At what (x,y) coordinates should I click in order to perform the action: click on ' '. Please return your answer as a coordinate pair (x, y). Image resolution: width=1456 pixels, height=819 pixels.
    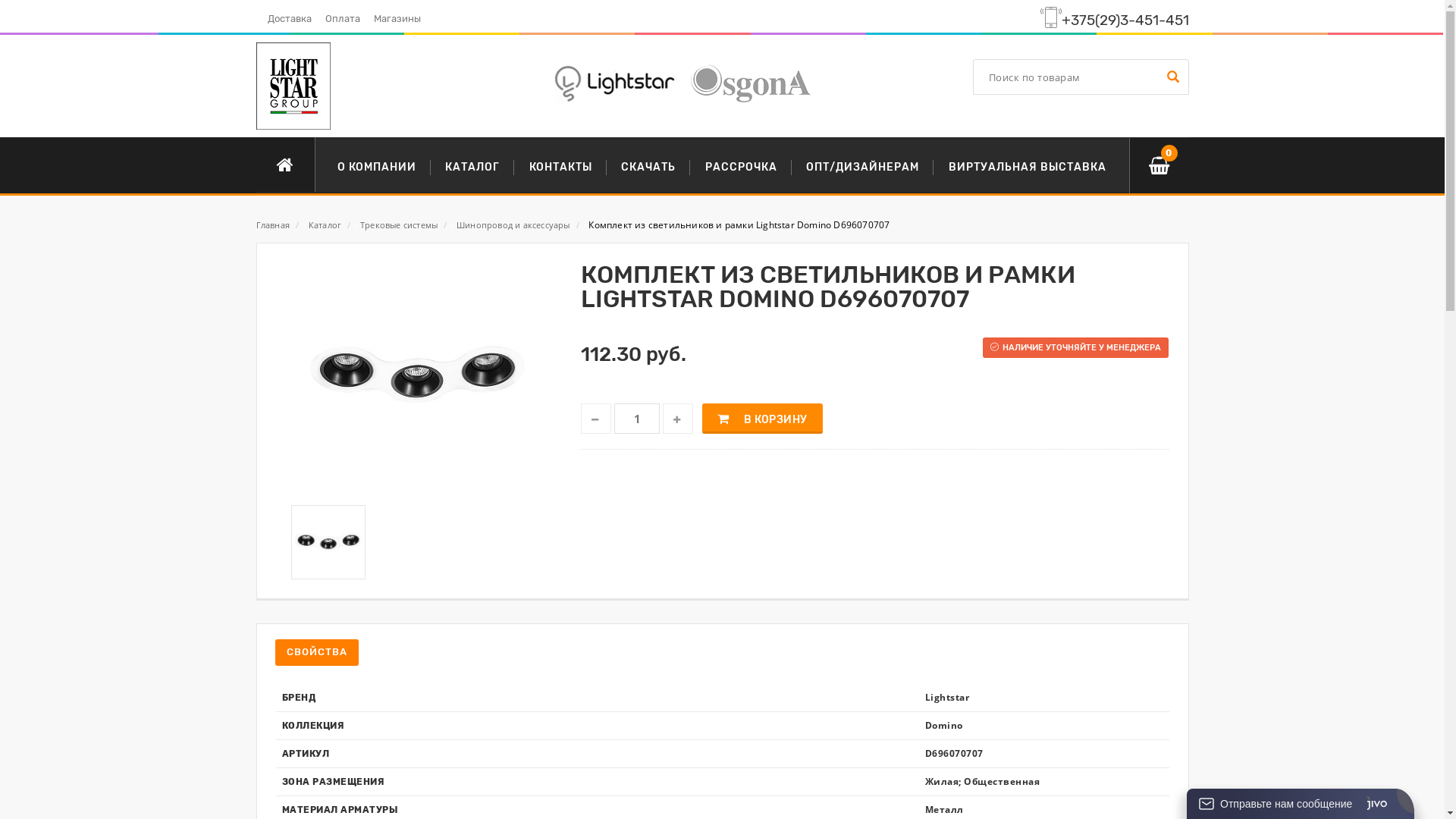
    Looking at the image, I should click on (676, 418).